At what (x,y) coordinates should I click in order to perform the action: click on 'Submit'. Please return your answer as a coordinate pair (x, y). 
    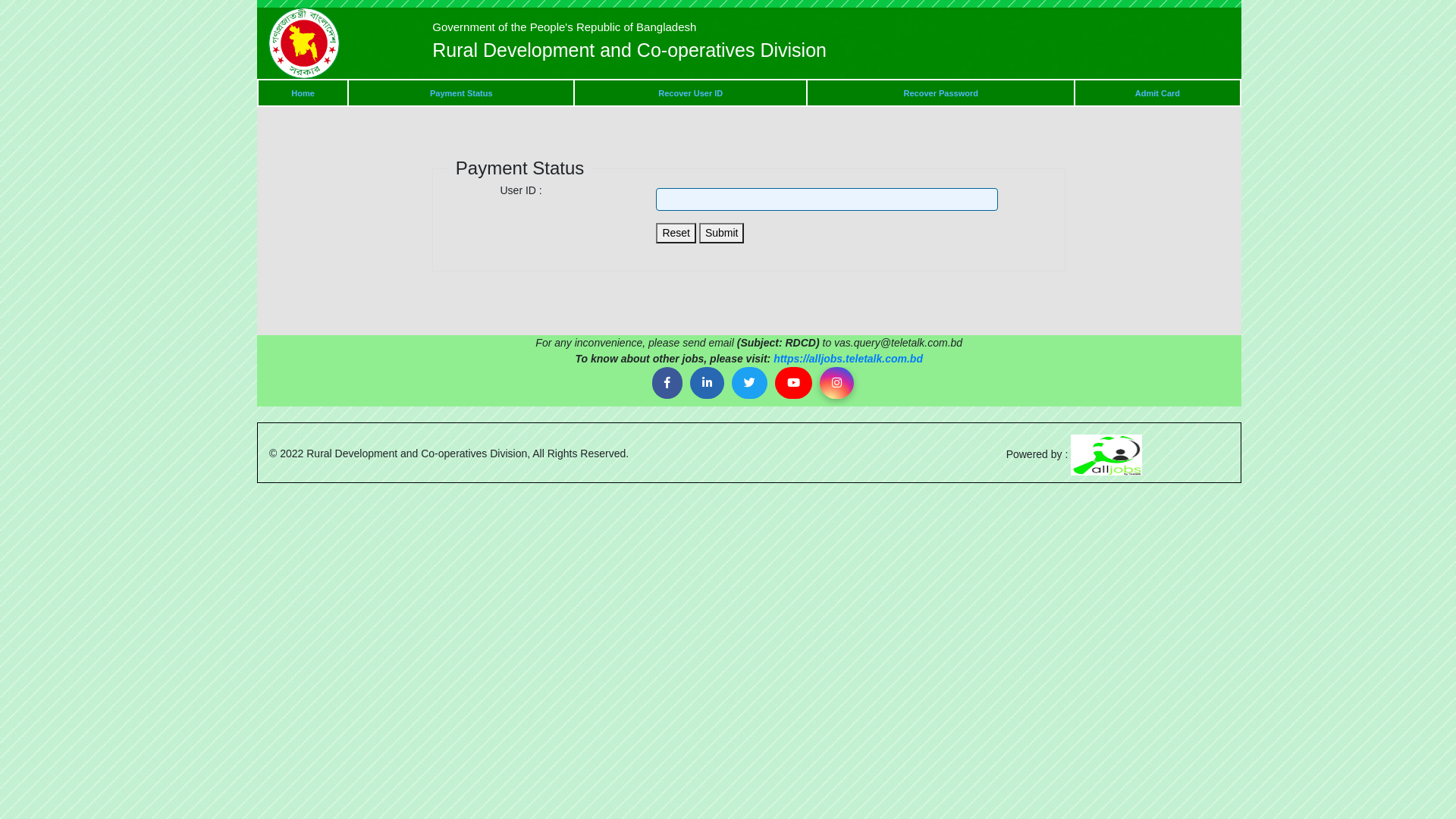
    Looking at the image, I should click on (720, 233).